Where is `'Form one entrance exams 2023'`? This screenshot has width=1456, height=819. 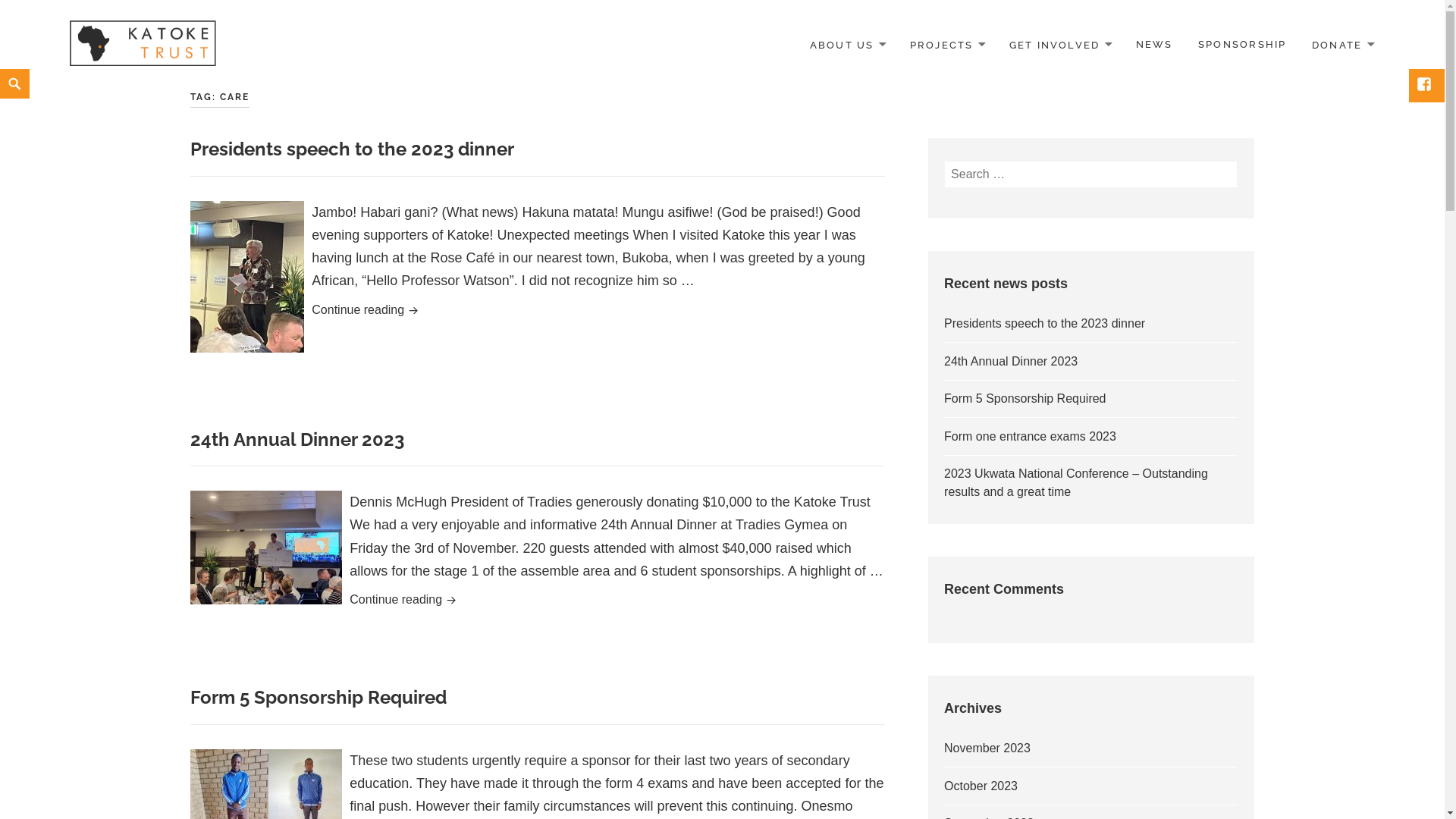
'Form one entrance exams 2023' is located at coordinates (1030, 436).